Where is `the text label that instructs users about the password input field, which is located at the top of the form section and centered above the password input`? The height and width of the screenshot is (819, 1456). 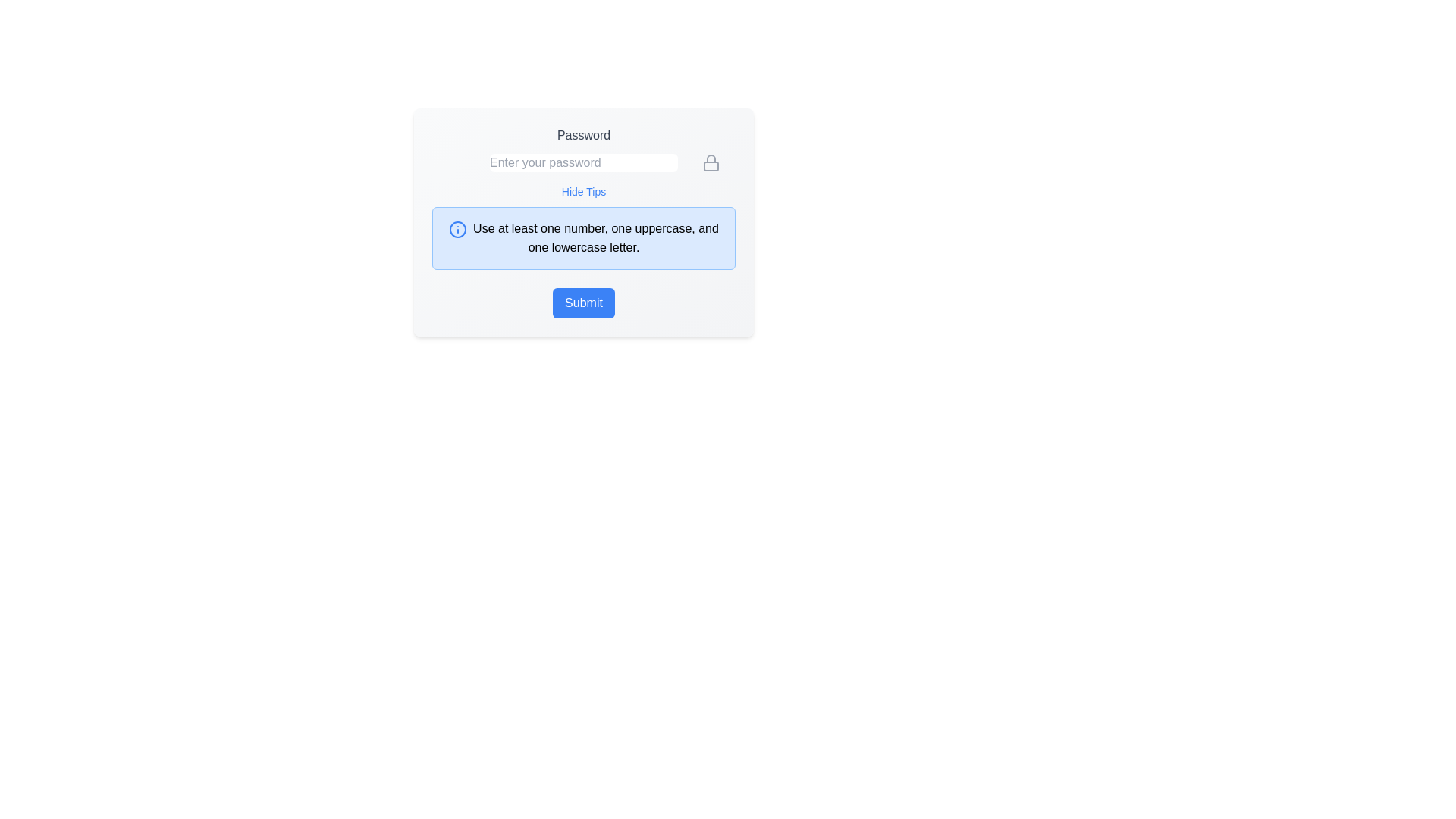
the text label that instructs users about the password input field, which is located at the top of the form section and centered above the password input is located at coordinates (582, 134).